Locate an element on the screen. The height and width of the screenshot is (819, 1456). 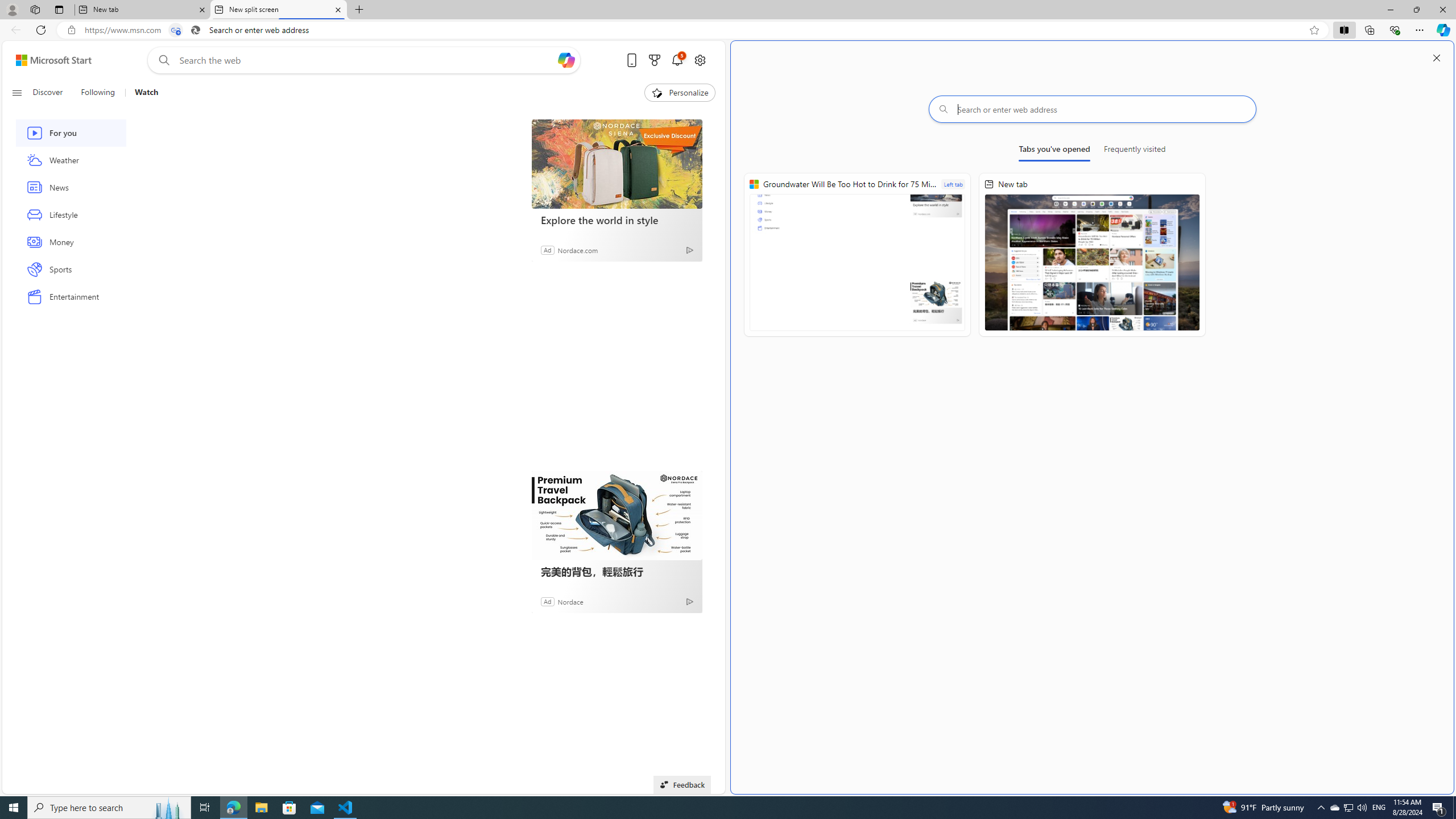
'Tabs in split screen' is located at coordinates (176, 30).